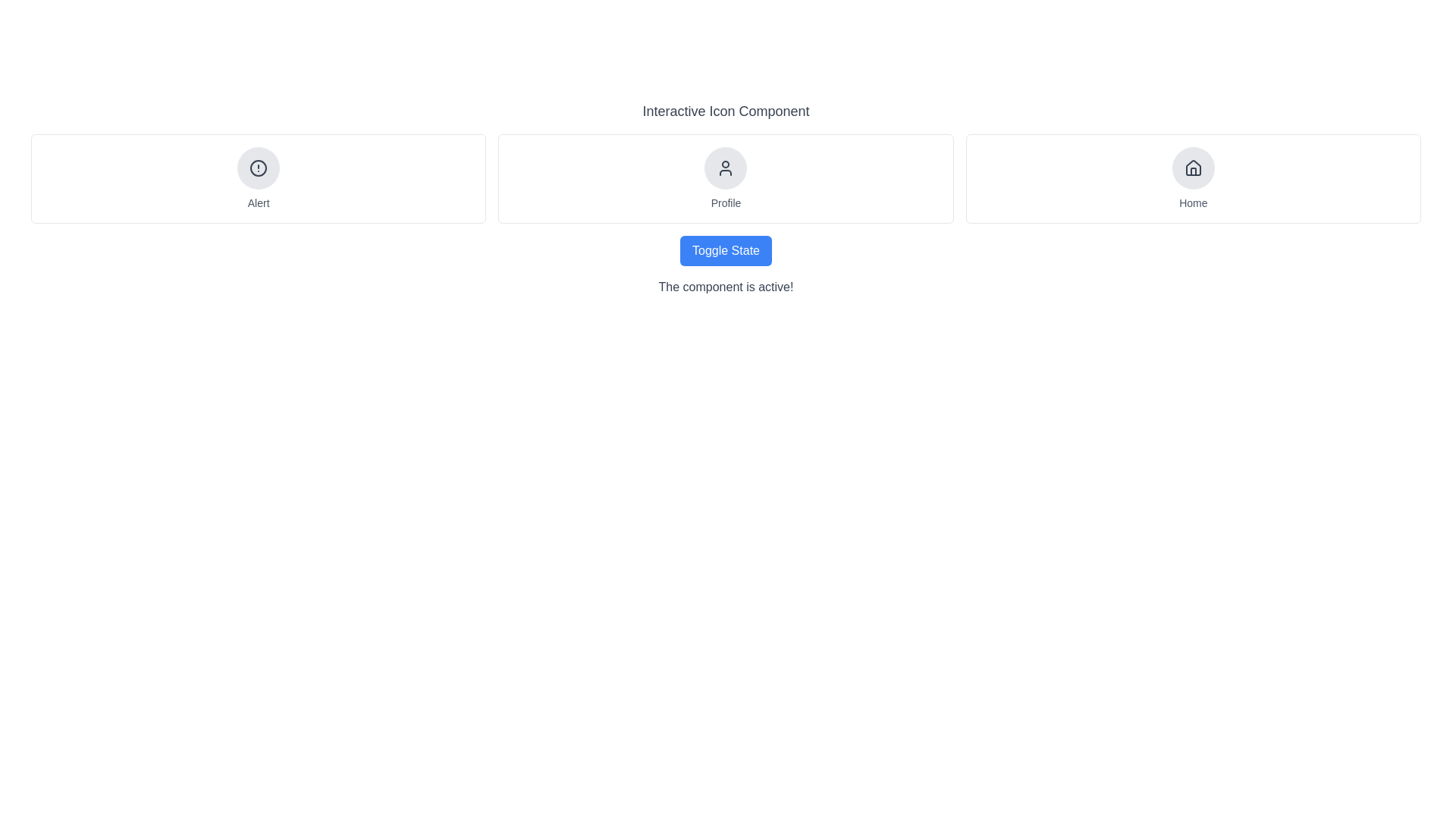 This screenshot has height=819, width=1456. I want to click on the text label that describes the function of the house icon above it, so click(1192, 202).